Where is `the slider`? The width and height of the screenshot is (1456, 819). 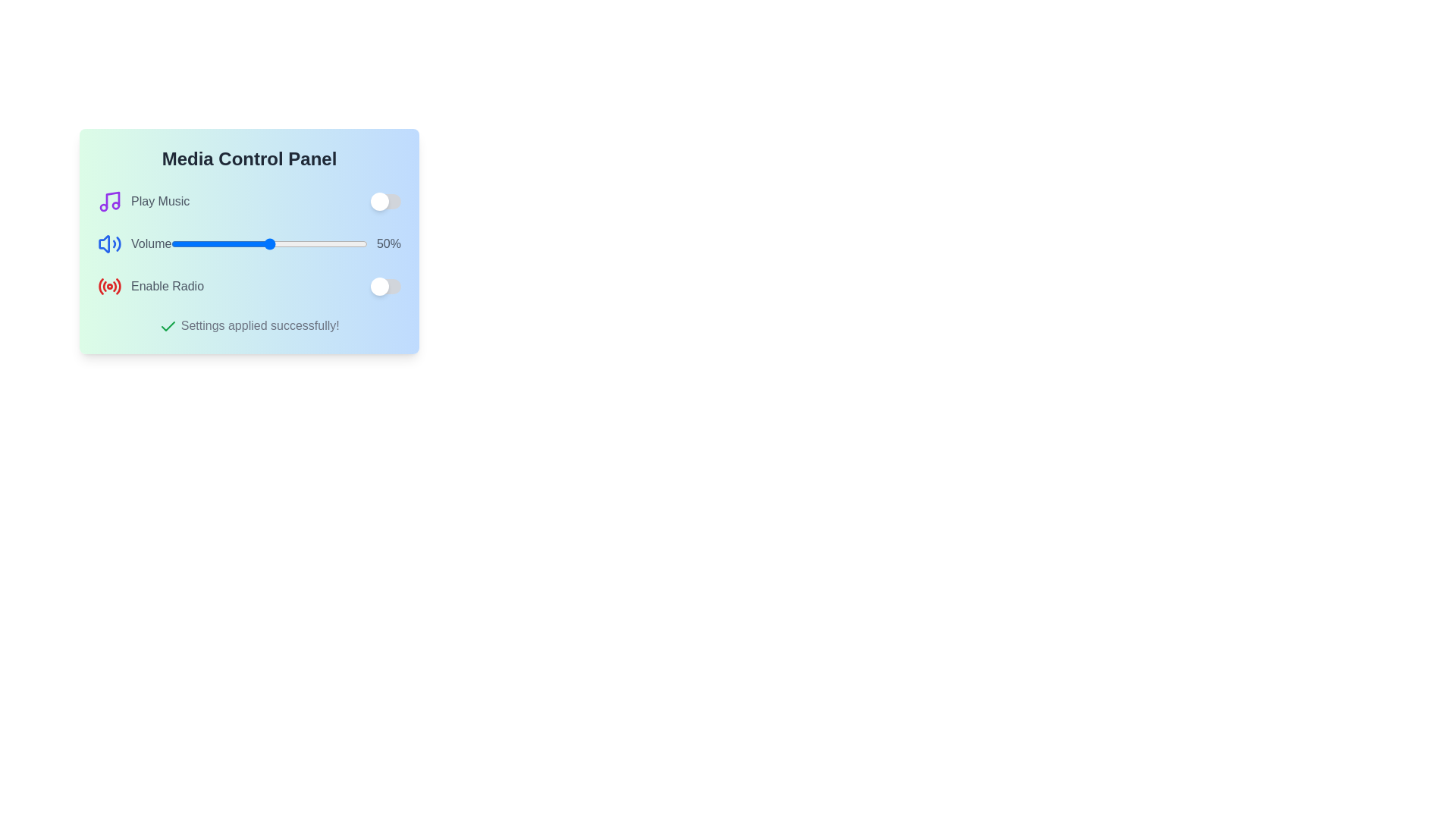 the slider is located at coordinates (202, 243).